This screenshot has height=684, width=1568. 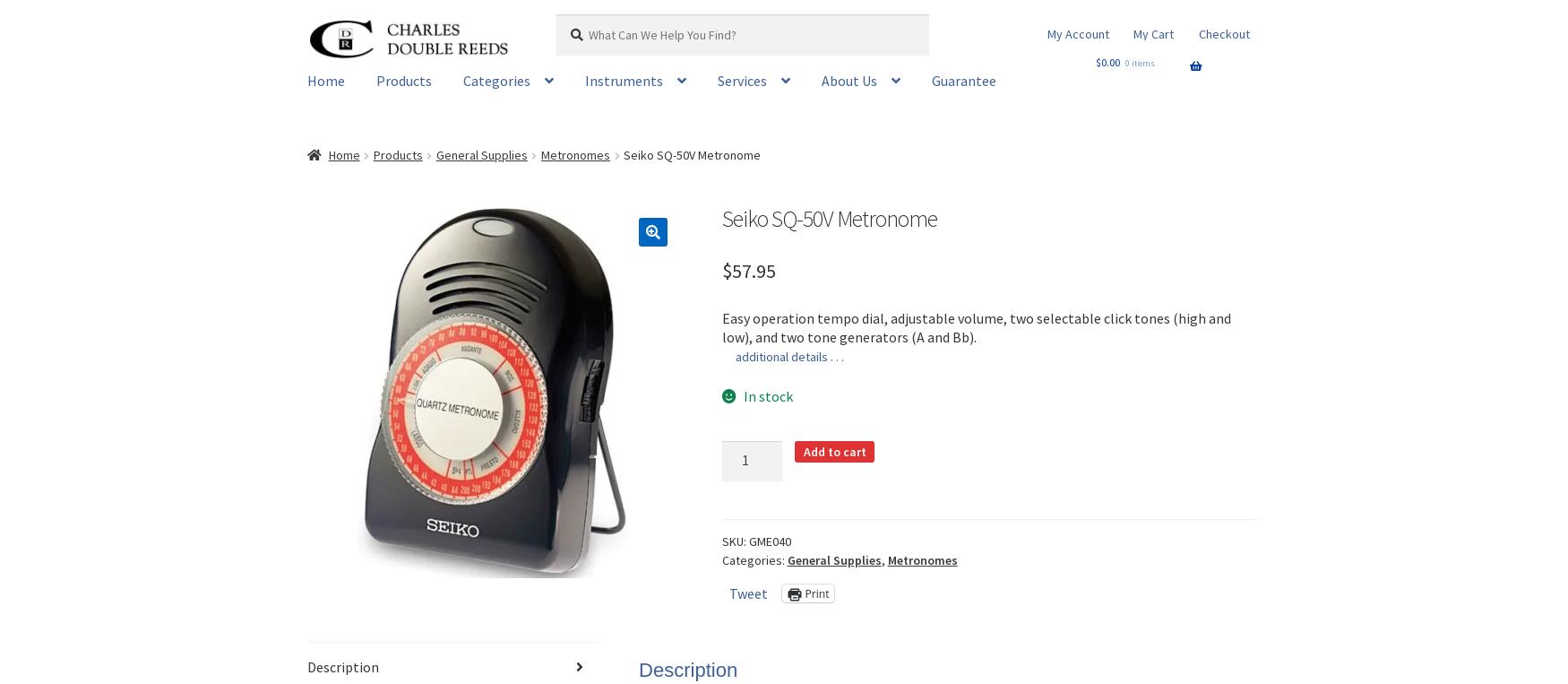 What do you see at coordinates (803, 592) in the screenshot?
I see `'Print'` at bounding box center [803, 592].